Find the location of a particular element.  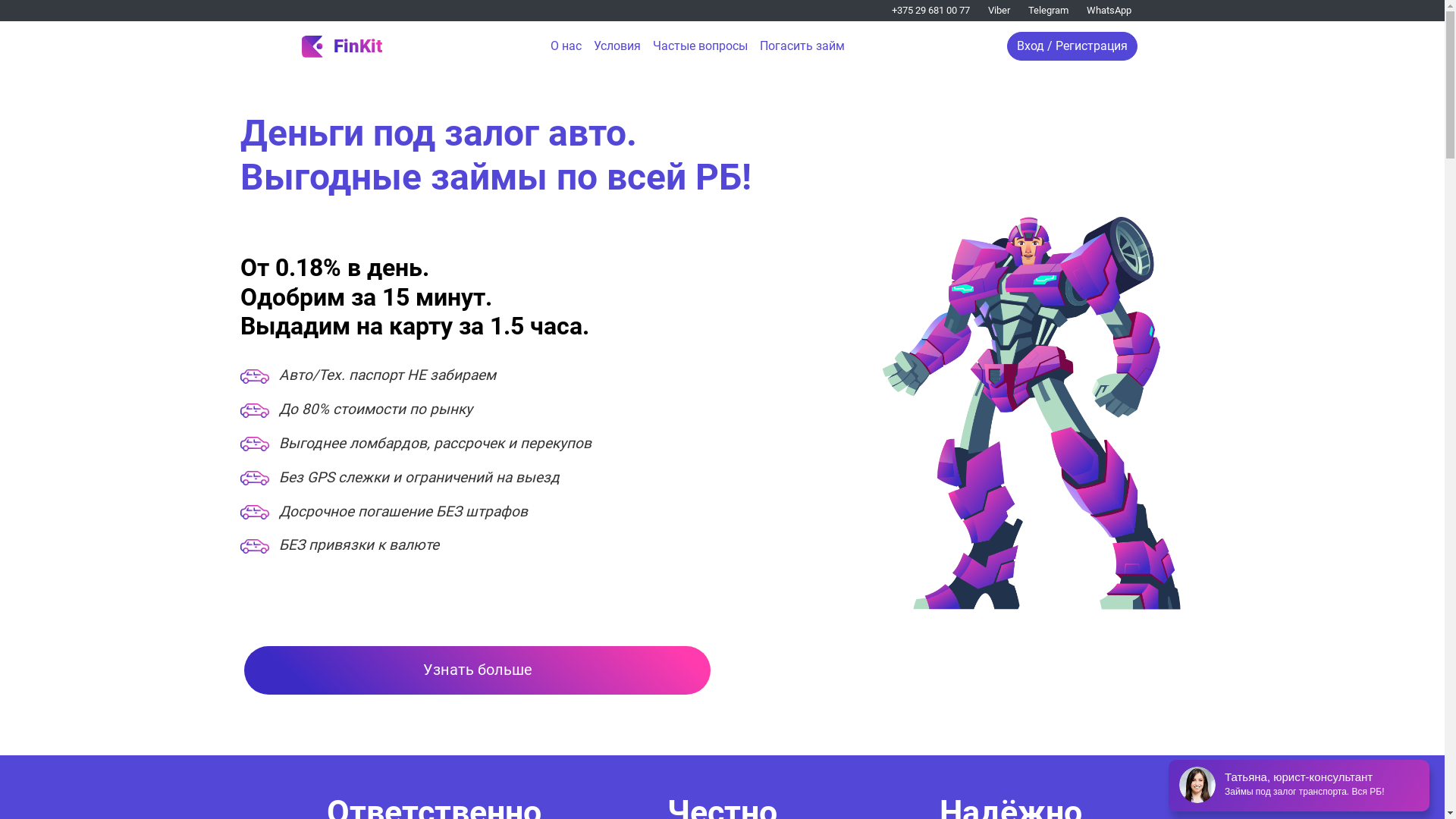

'FinKit' is located at coordinates (302, 45).